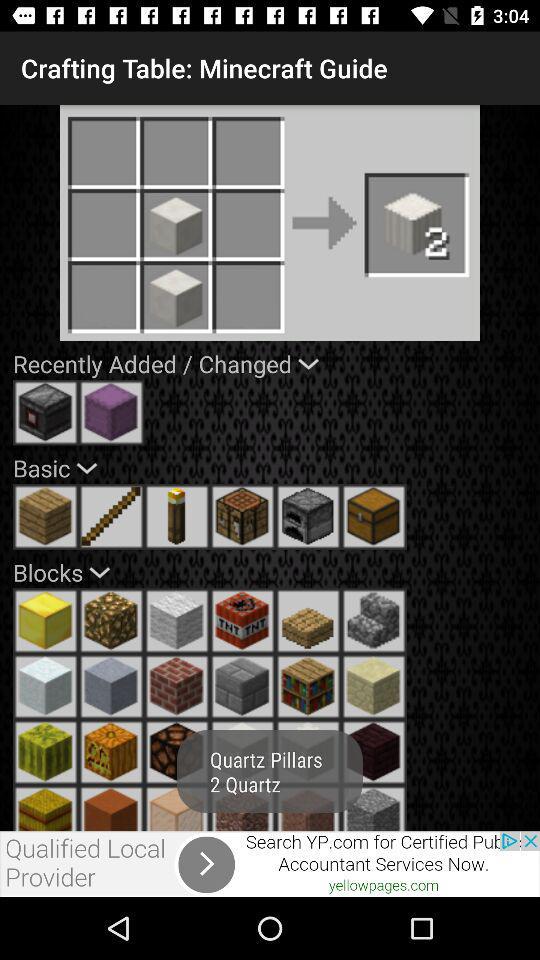 This screenshot has height=960, width=540. I want to click on block, so click(45, 620).